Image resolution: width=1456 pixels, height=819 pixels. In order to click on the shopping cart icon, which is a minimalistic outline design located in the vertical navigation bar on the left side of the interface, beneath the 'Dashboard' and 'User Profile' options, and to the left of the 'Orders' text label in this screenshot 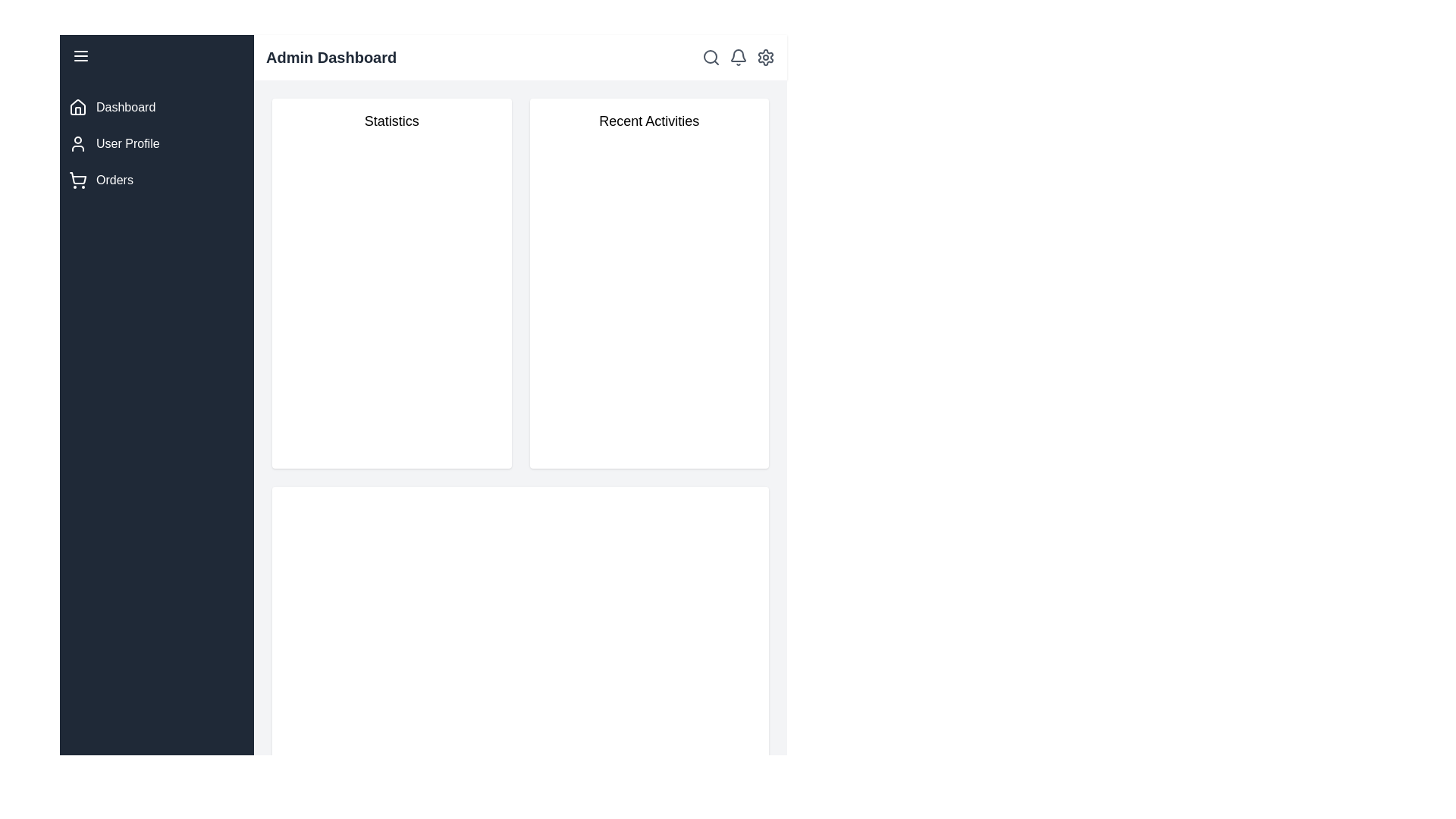, I will do `click(77, 180)`.